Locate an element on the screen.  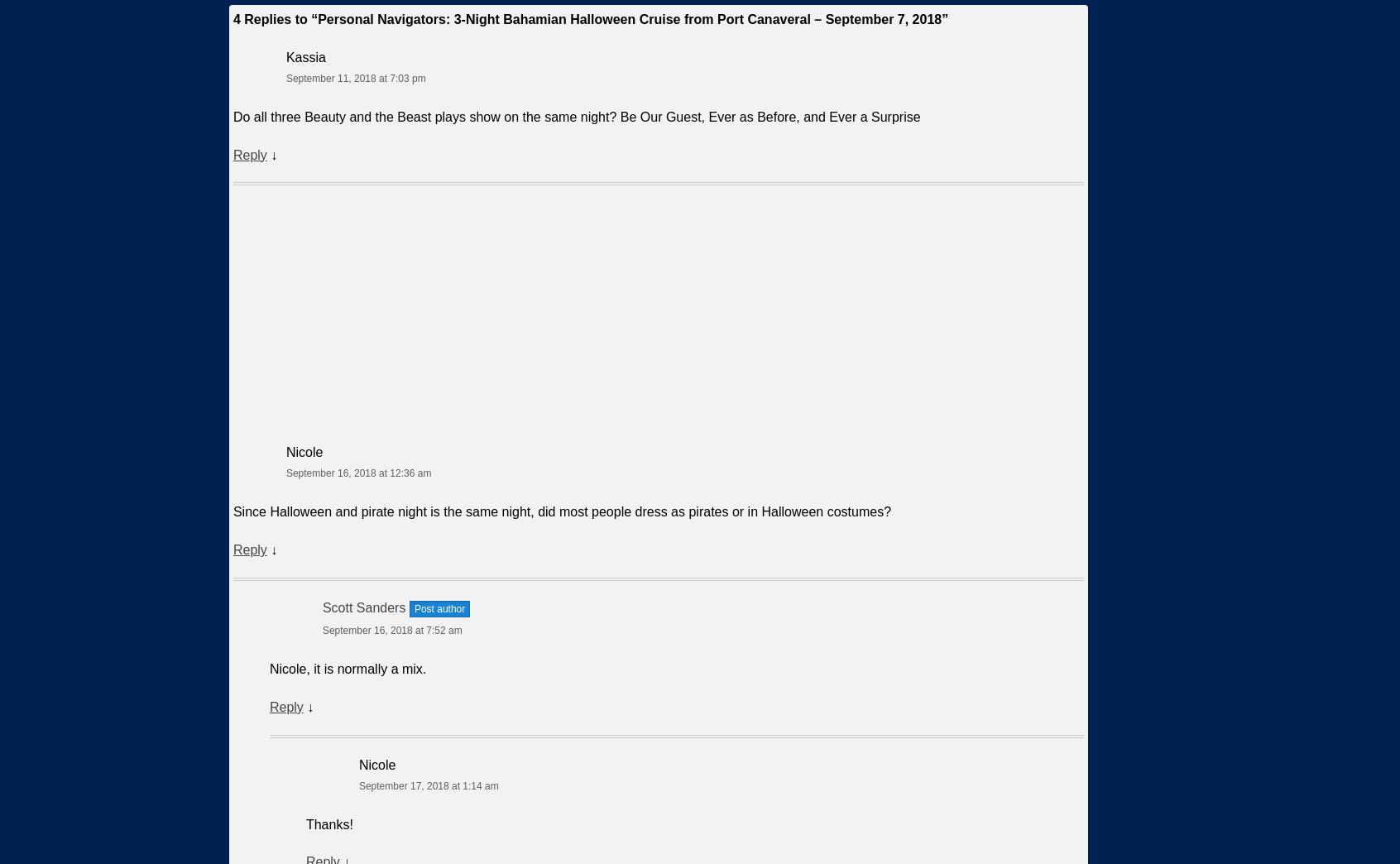
'September 17, 2018 at 1:14 am' is located at coordinates (428, 784).